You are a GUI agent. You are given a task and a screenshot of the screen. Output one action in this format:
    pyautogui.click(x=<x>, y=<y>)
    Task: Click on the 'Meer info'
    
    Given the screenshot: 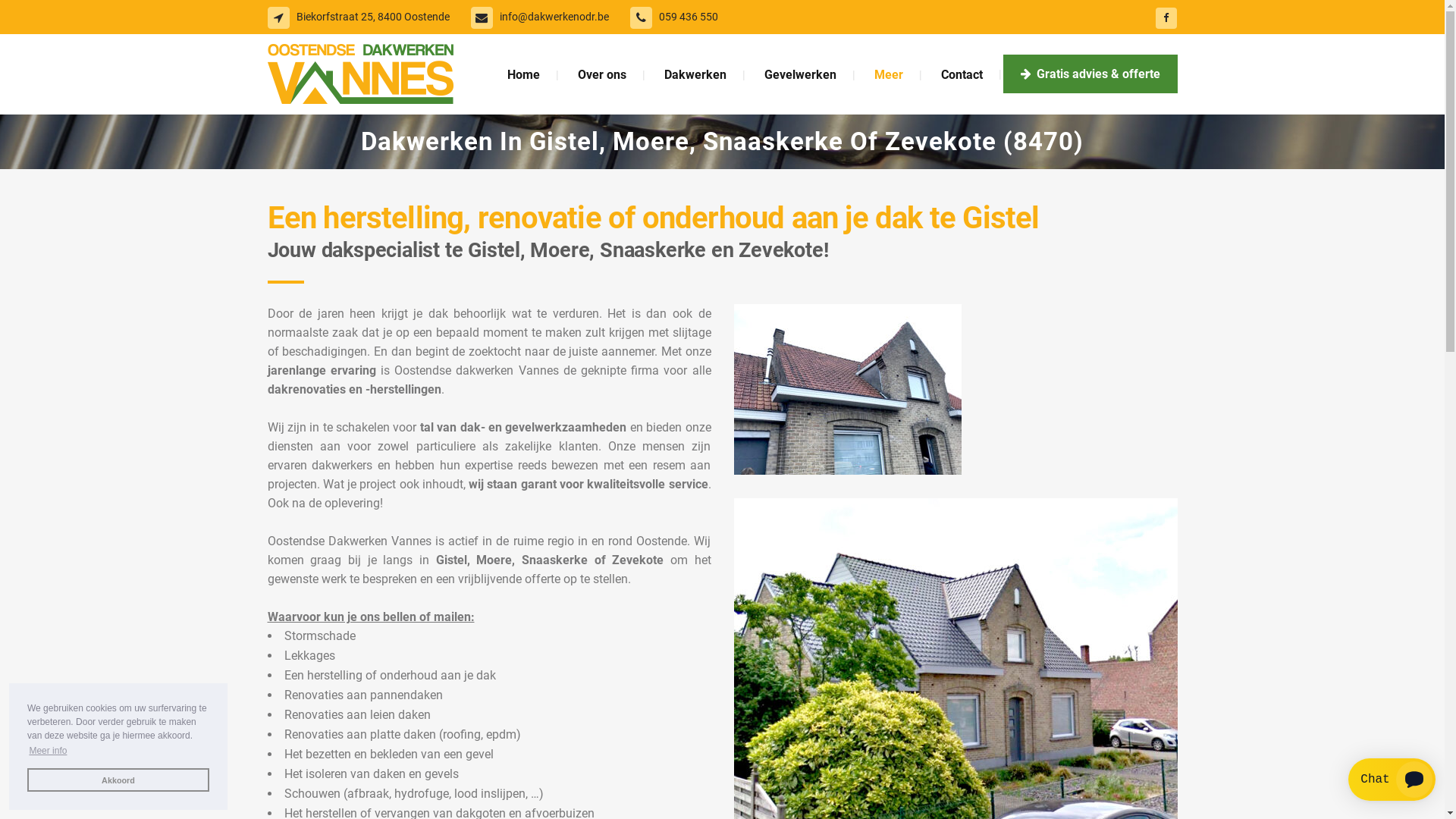 What is the action you would take?
    pyautogui.click(x=48, y=751)
    